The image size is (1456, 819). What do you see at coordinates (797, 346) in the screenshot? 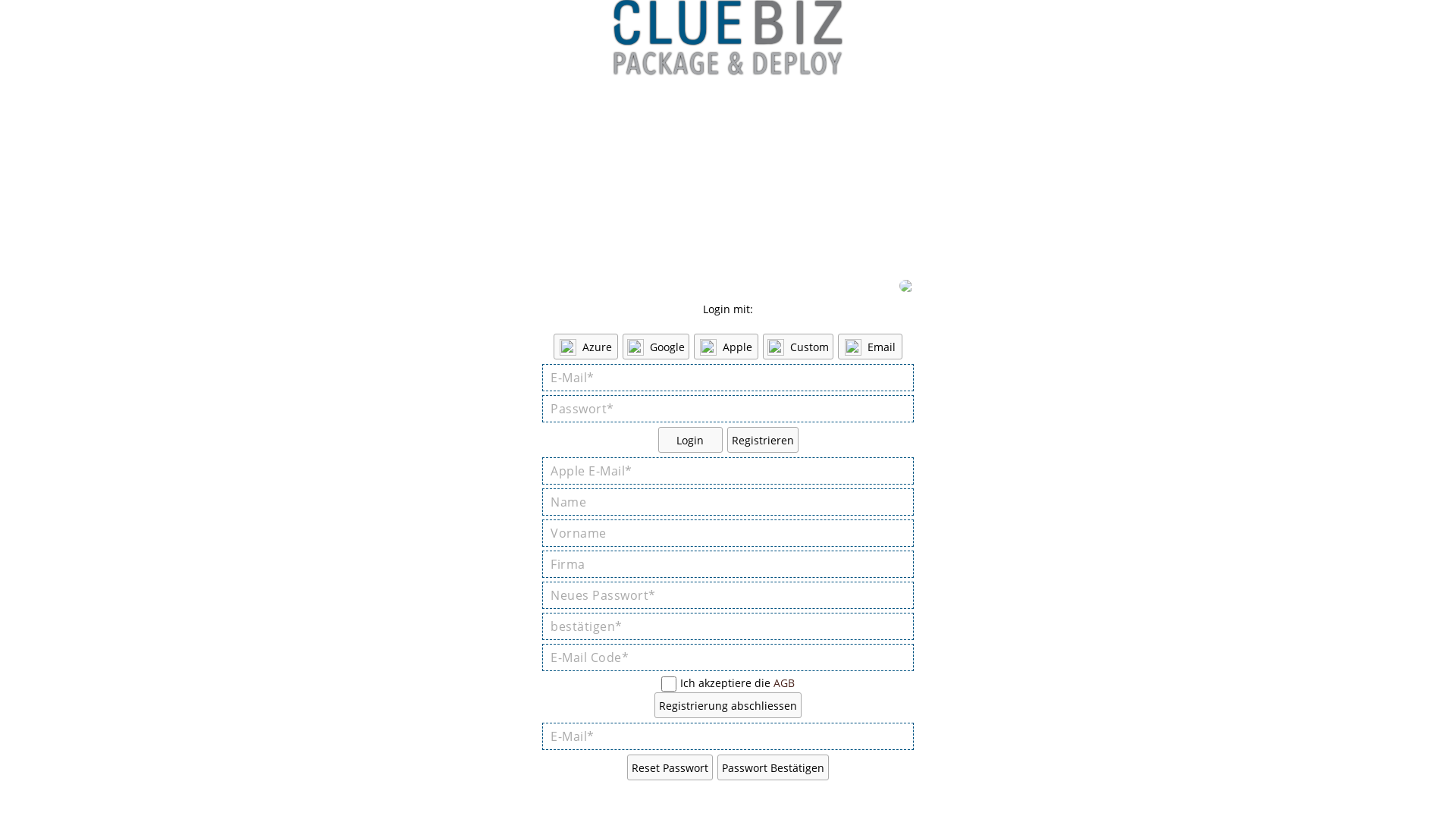
I see `'Custom'` at bounding box center [797, 346].